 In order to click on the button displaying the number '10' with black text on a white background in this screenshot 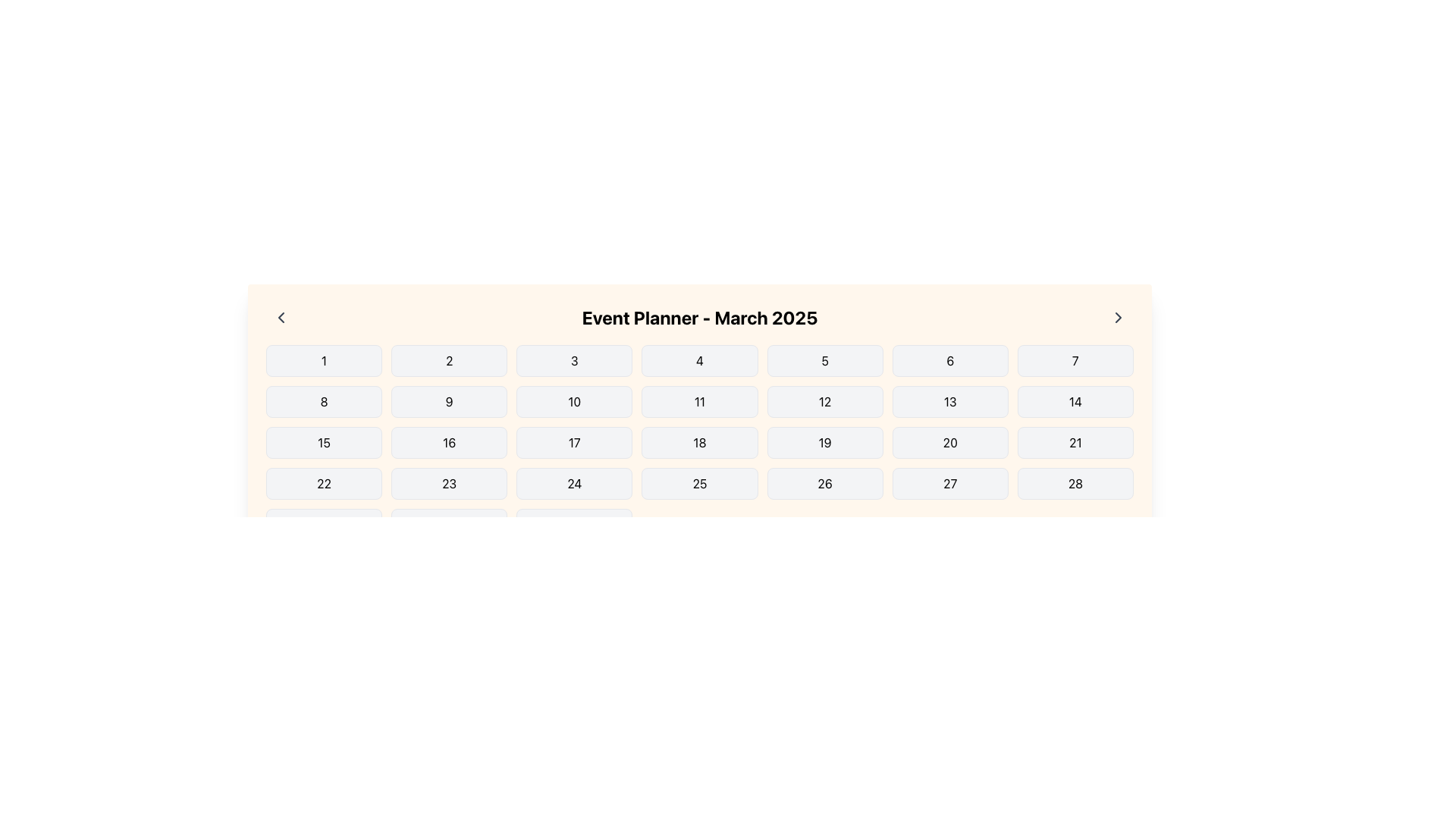, I will do `click(573, 400)`.